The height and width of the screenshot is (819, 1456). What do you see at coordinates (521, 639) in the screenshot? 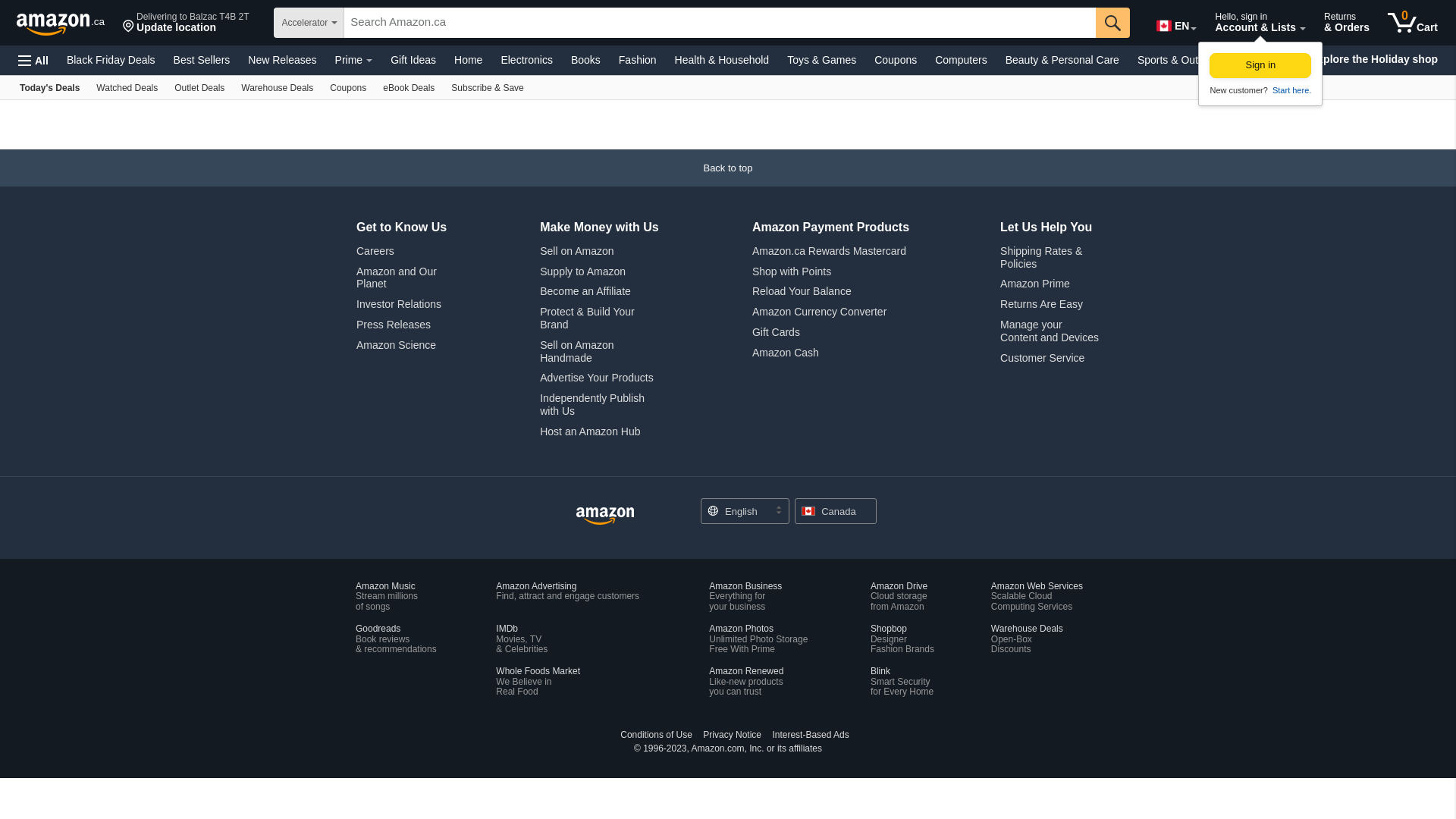
I see `'IMDb` at bounding box center [521, 639].